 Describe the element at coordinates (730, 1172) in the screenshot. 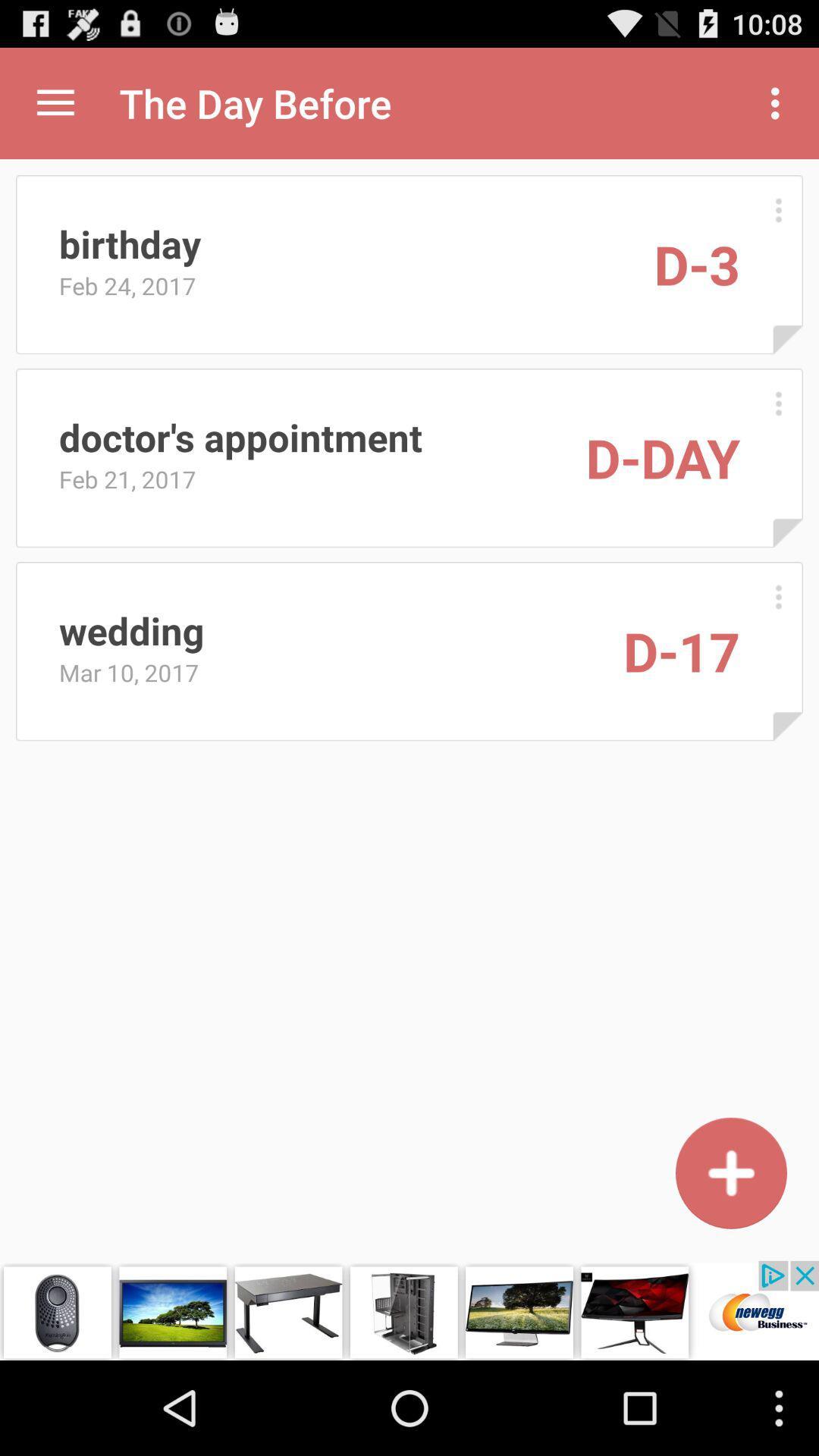

I see `in new` at that location.